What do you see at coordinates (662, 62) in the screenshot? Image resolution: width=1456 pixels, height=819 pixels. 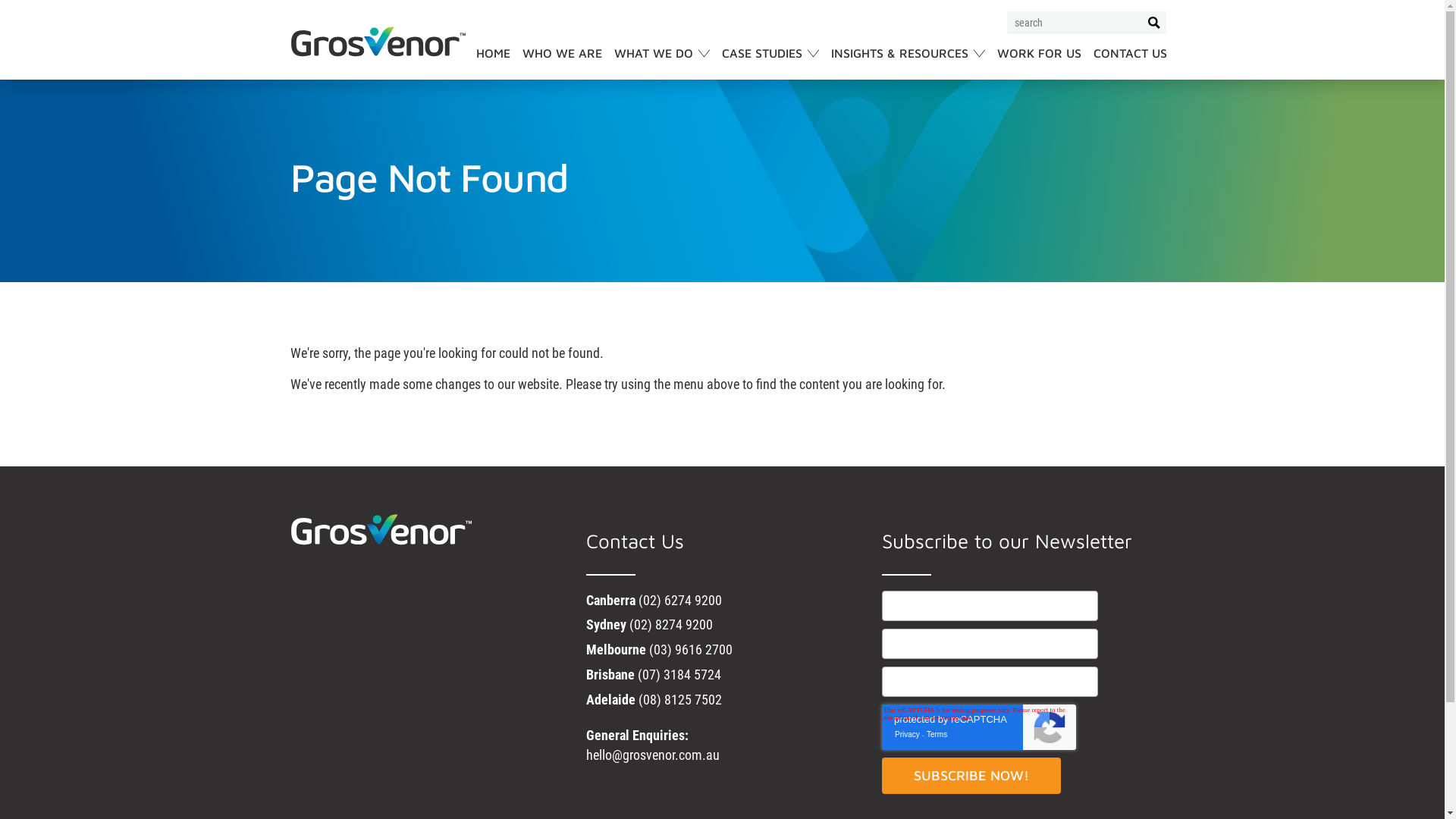 I see `'WHAT WE DO'` at bounding box center [662, 62].